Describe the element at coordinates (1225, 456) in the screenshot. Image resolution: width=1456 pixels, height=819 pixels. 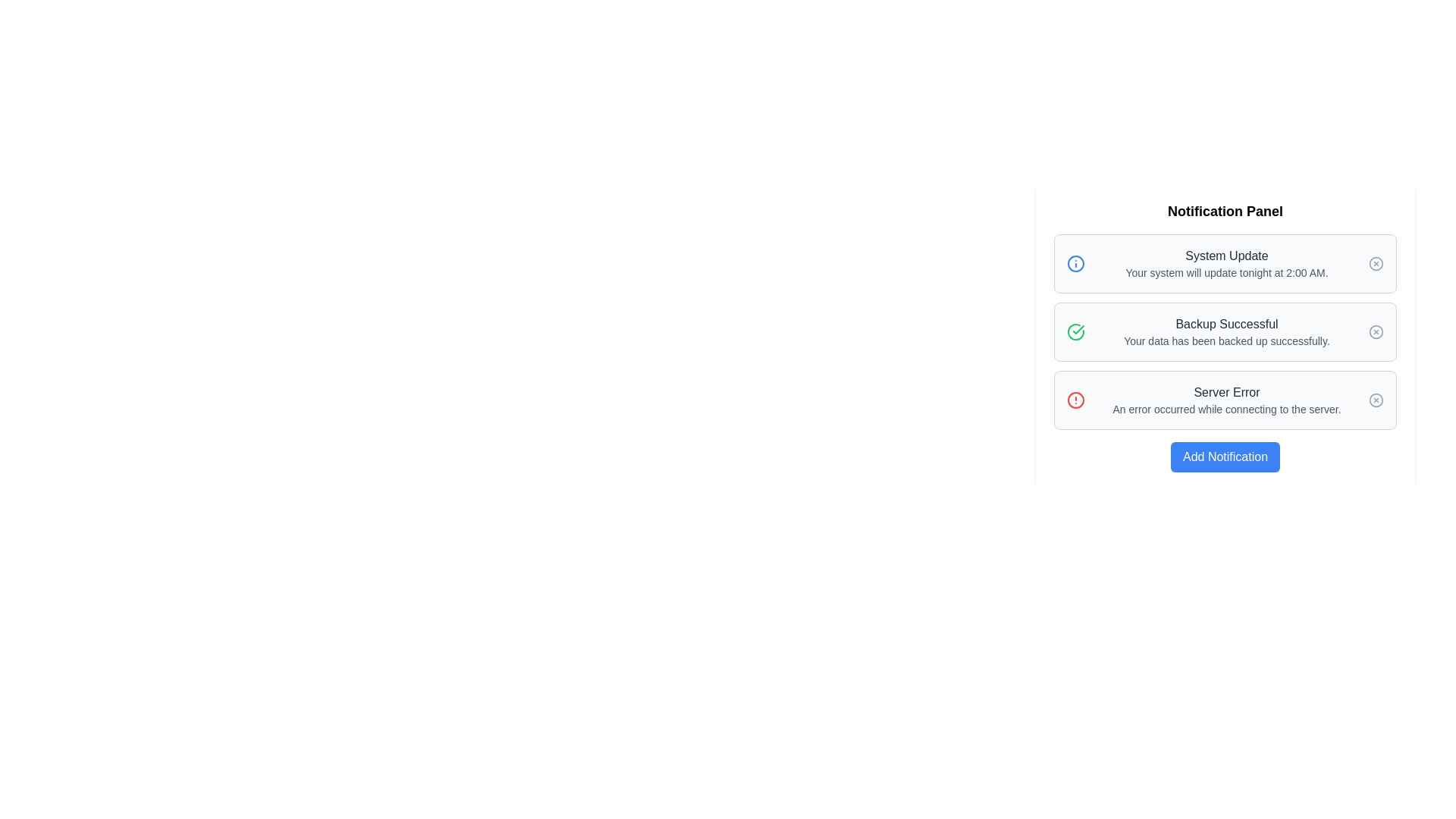
I see `the blue rectangular button with rounded corners labeled 'Add Notification' located at the bottom of the 'Notification Panel'` at that location.